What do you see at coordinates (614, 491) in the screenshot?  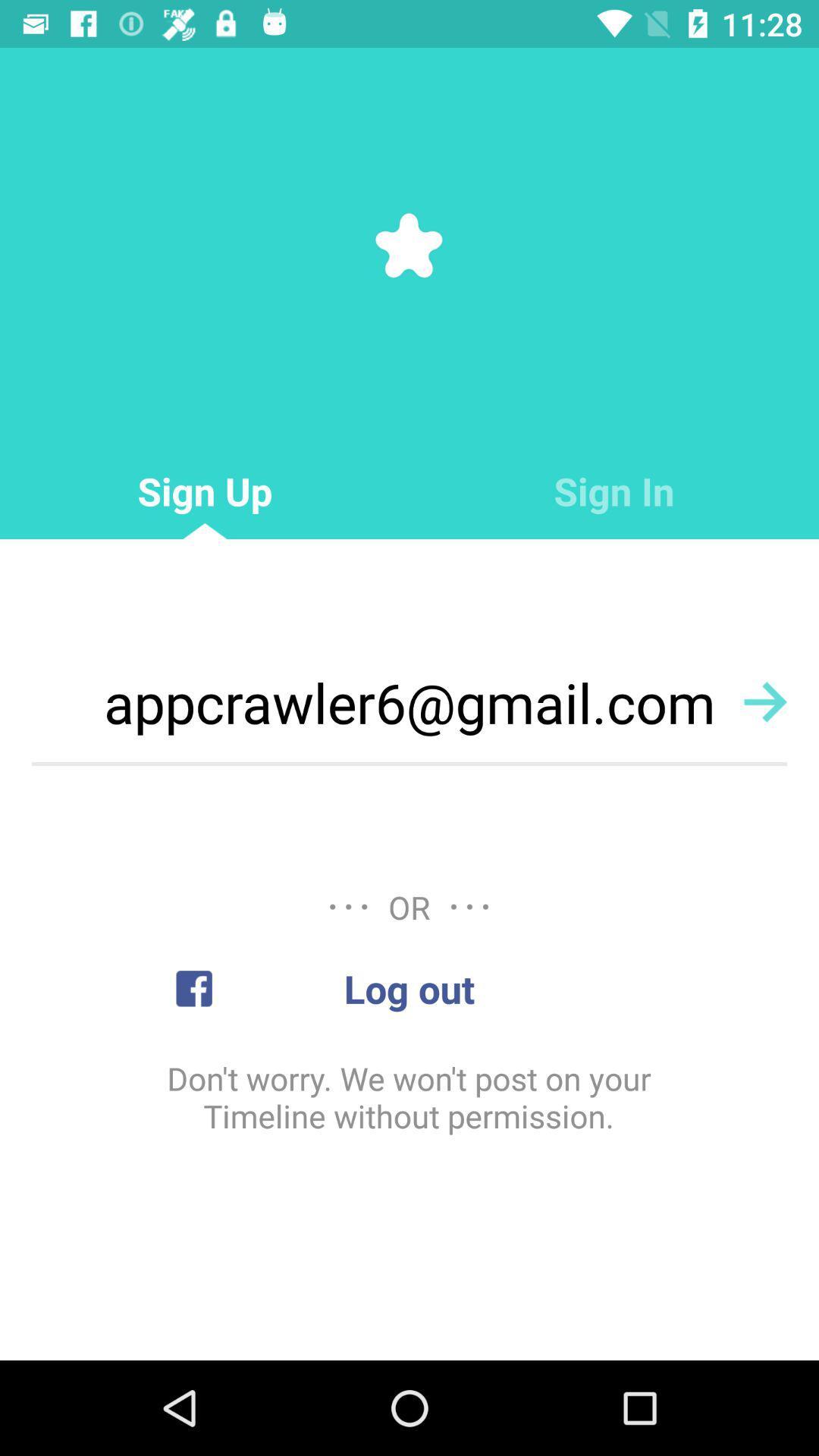 I see `the item above the appcrawler6@gmail.com icon` at bounding box center [614, 491].